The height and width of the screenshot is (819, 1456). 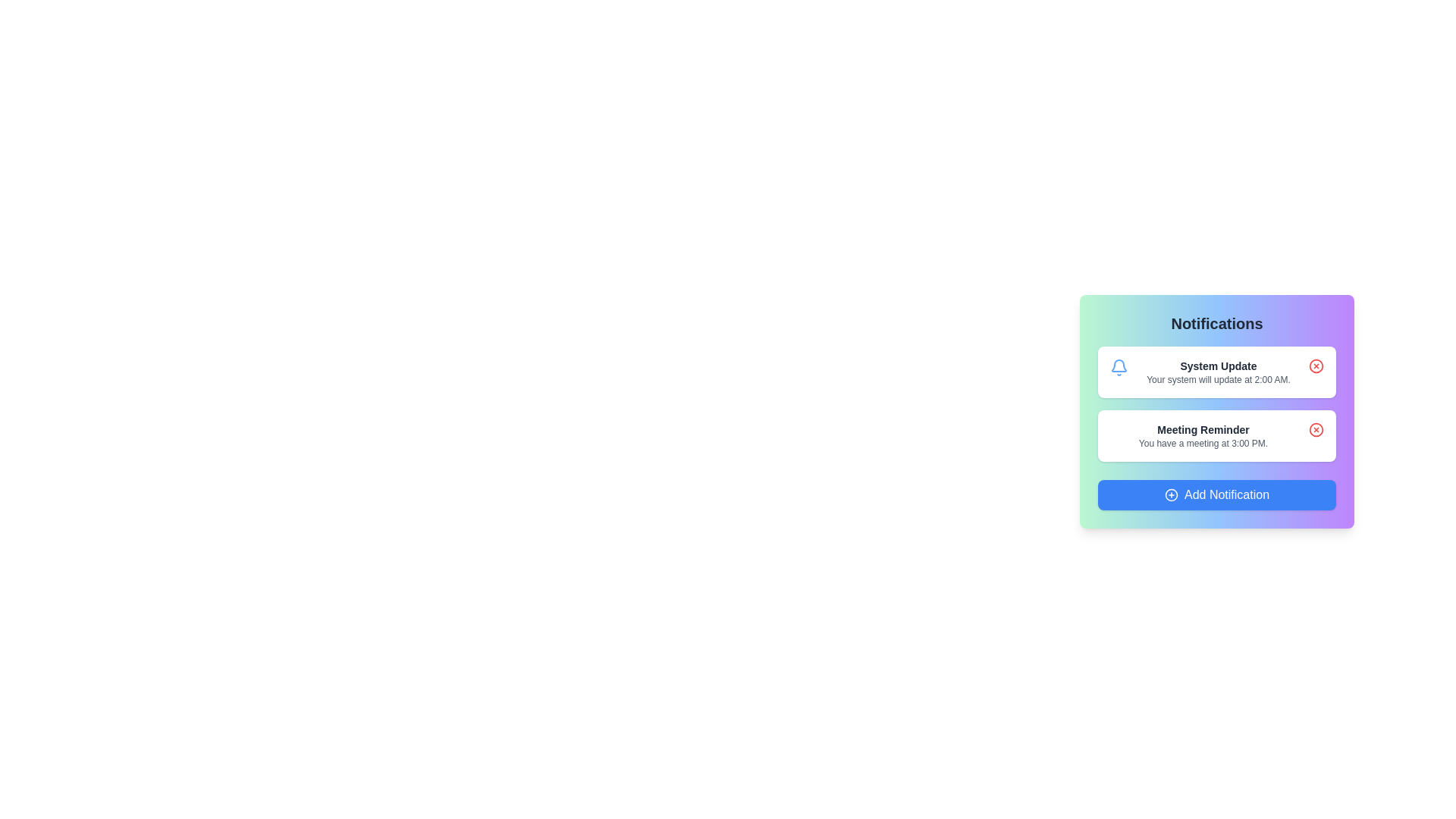 I want to click on the 'Add Notification' button to add a new notification, so click(x=1216, y=494).